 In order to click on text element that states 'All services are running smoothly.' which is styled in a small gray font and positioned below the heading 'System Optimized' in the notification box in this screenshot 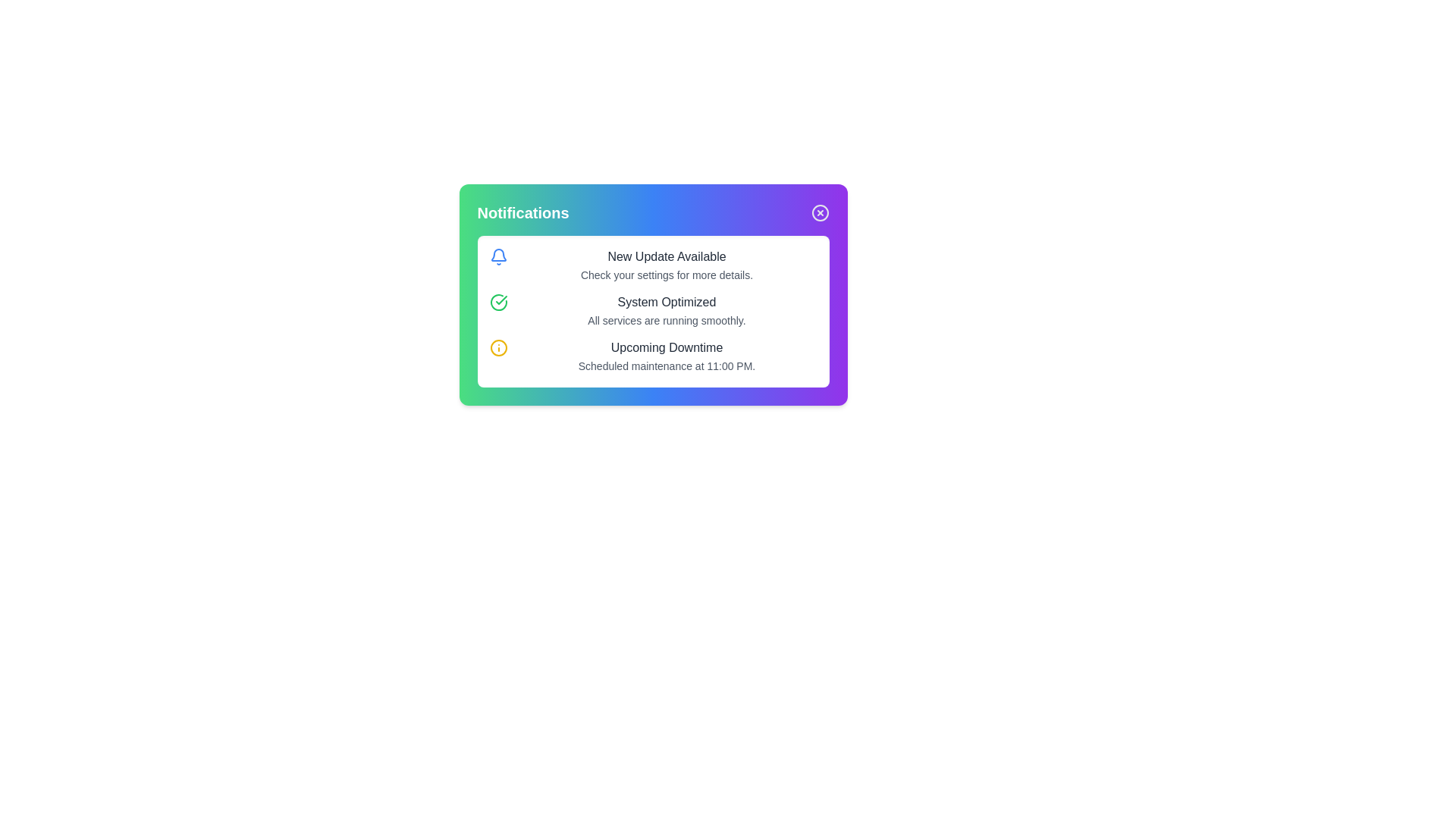, I will do `click(667, 320)`.